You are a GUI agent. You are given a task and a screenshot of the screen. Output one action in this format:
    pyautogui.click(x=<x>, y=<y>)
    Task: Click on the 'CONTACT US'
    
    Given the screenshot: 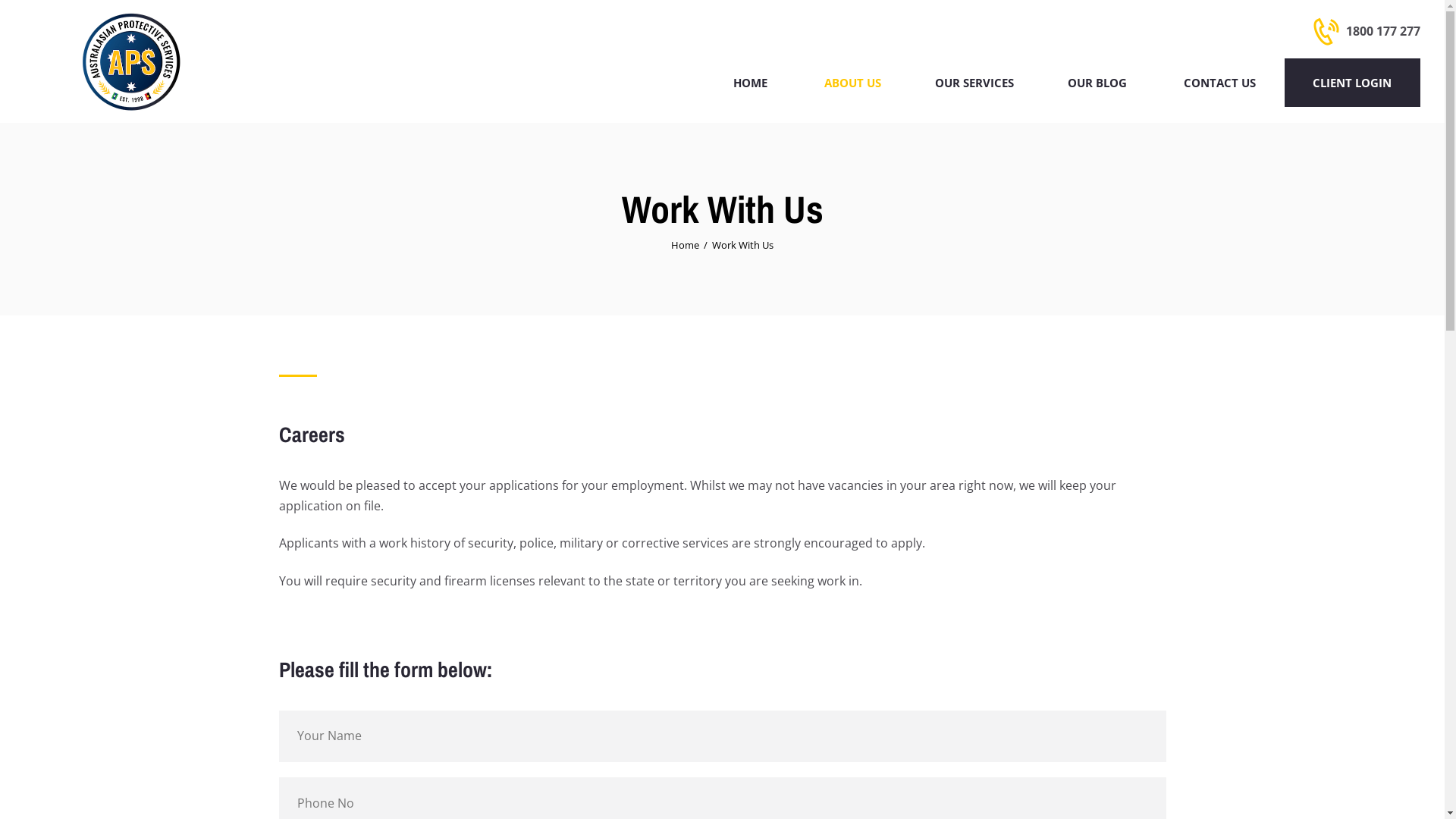 What is the action you would take?
    pyautogui.click(x=1154, y=82)
    